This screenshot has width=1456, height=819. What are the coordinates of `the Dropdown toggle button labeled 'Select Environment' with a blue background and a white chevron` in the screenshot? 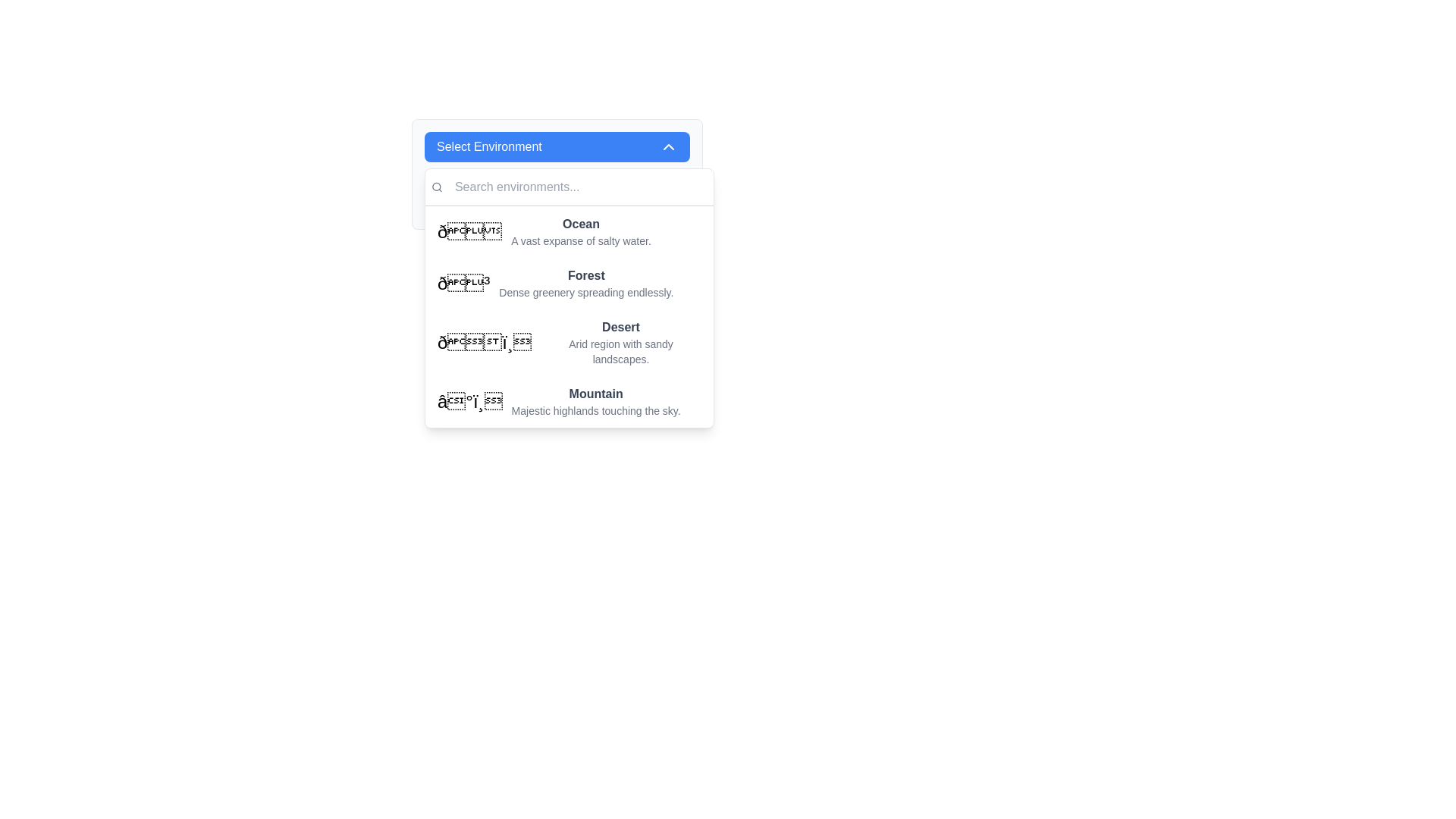 It's located at (556, 146).